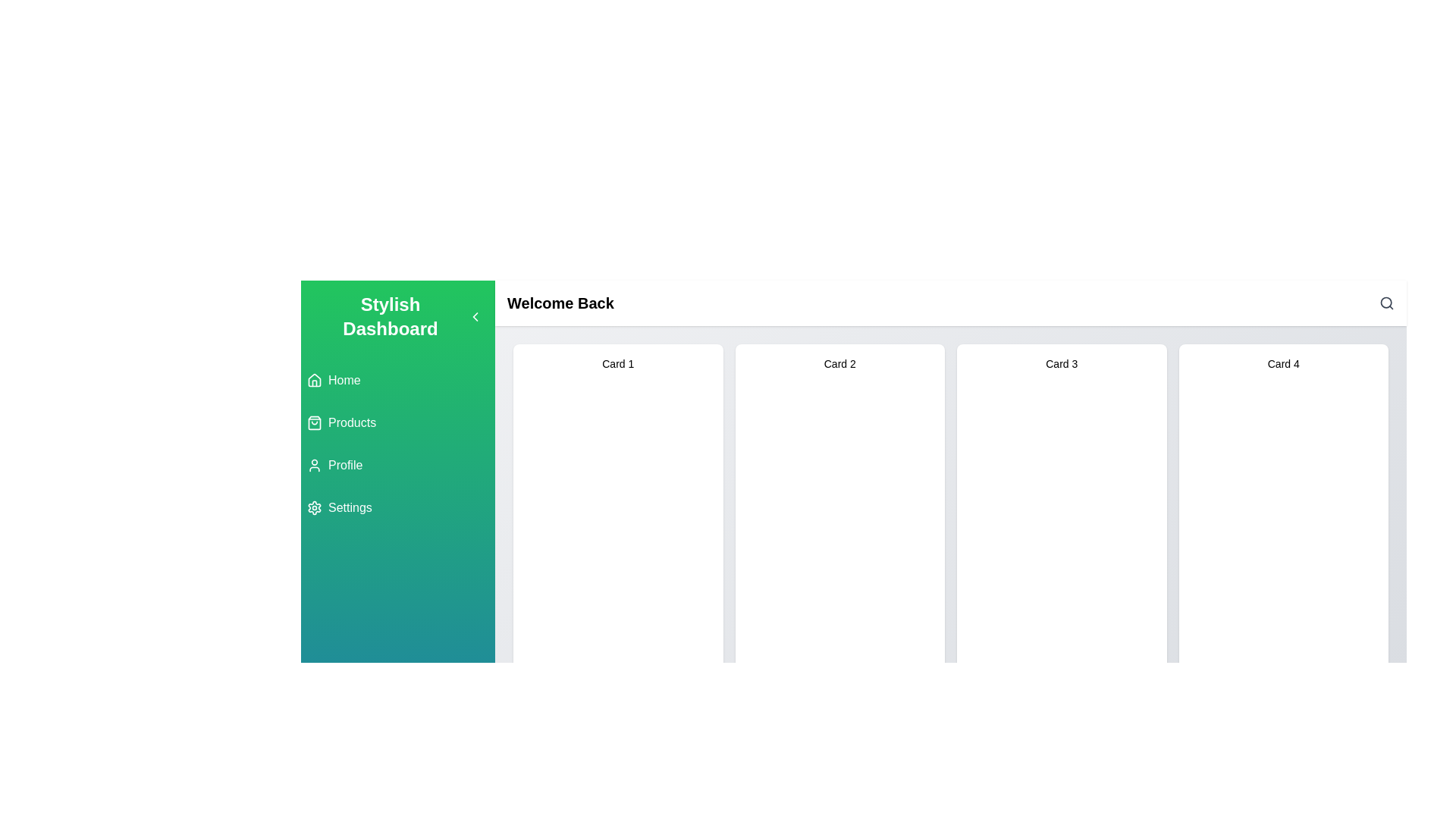 Image resolution: width=1456 pixels, height=819 pixels. I want to click on the text label 'Card 2' located in the upper part of the second card from the left in the horizontal grid of cards, which helps users identify this card, so click(839, 363).